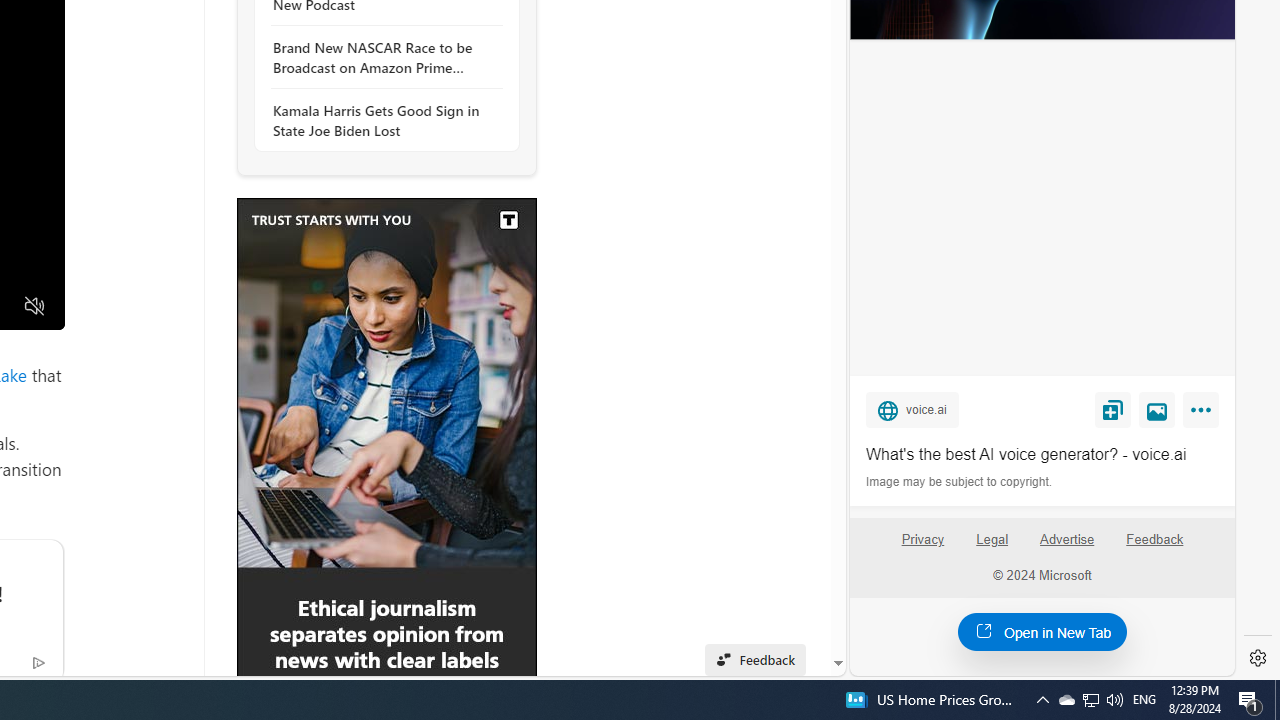  I want to click on 'Advertise', so click(1065, 538).